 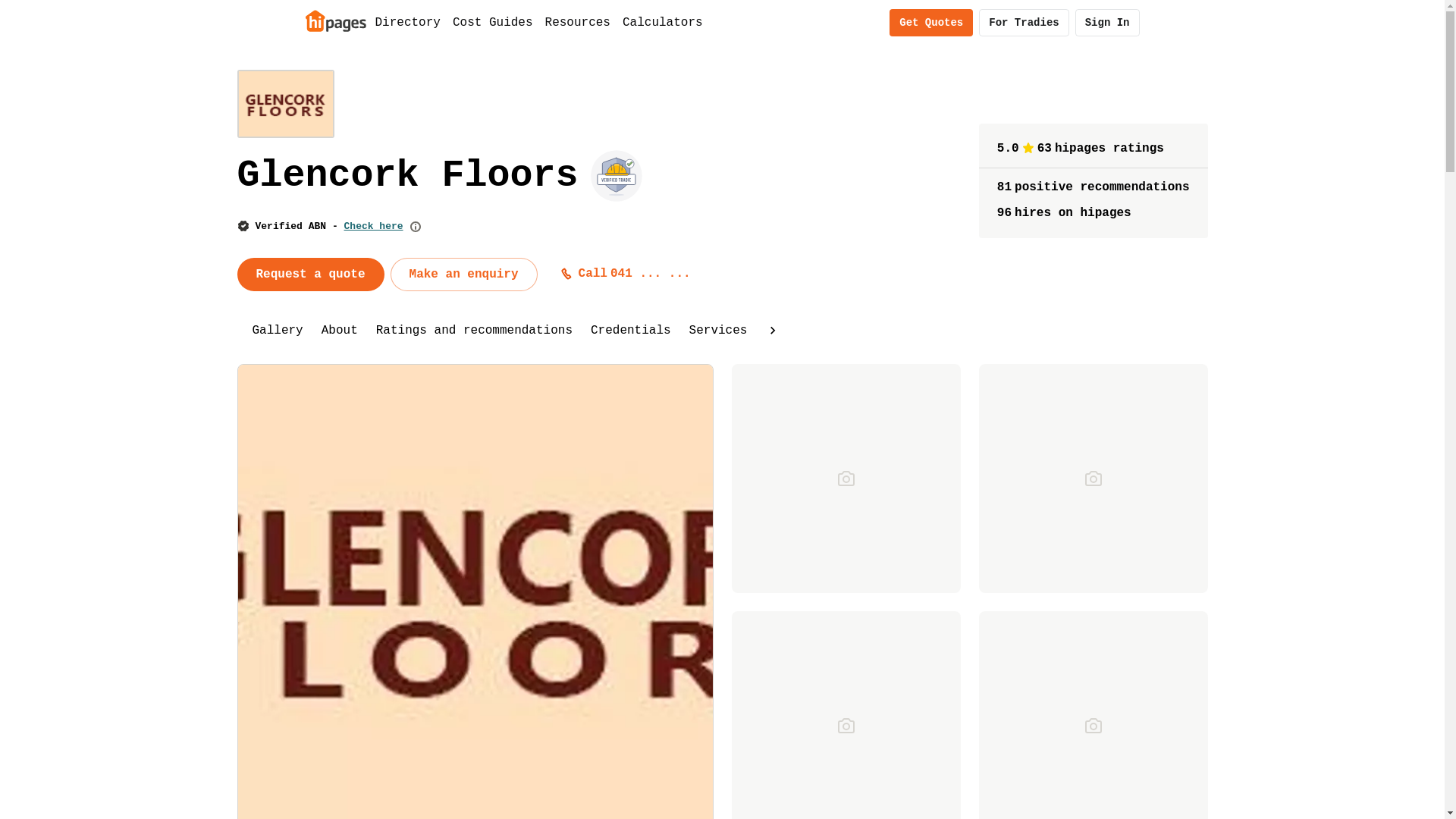 What do you see at coordinates (577, 23) in the screenshot?
I see `'Resources'` at bounding box center [577, 23].